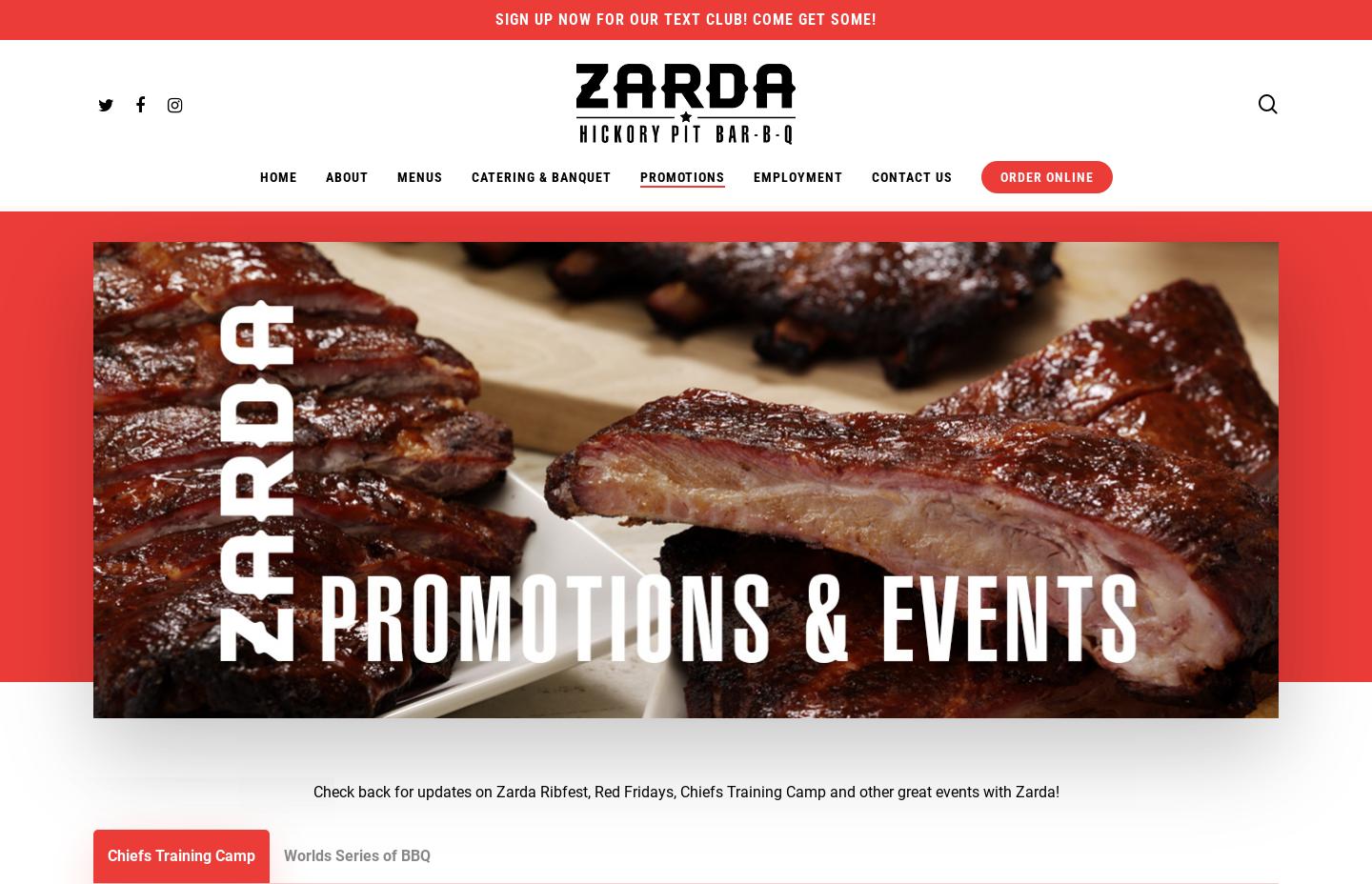  Describe the element at coordinates (540, 176) in the screenshot. I see `'Catering & Banquet'` at that location.